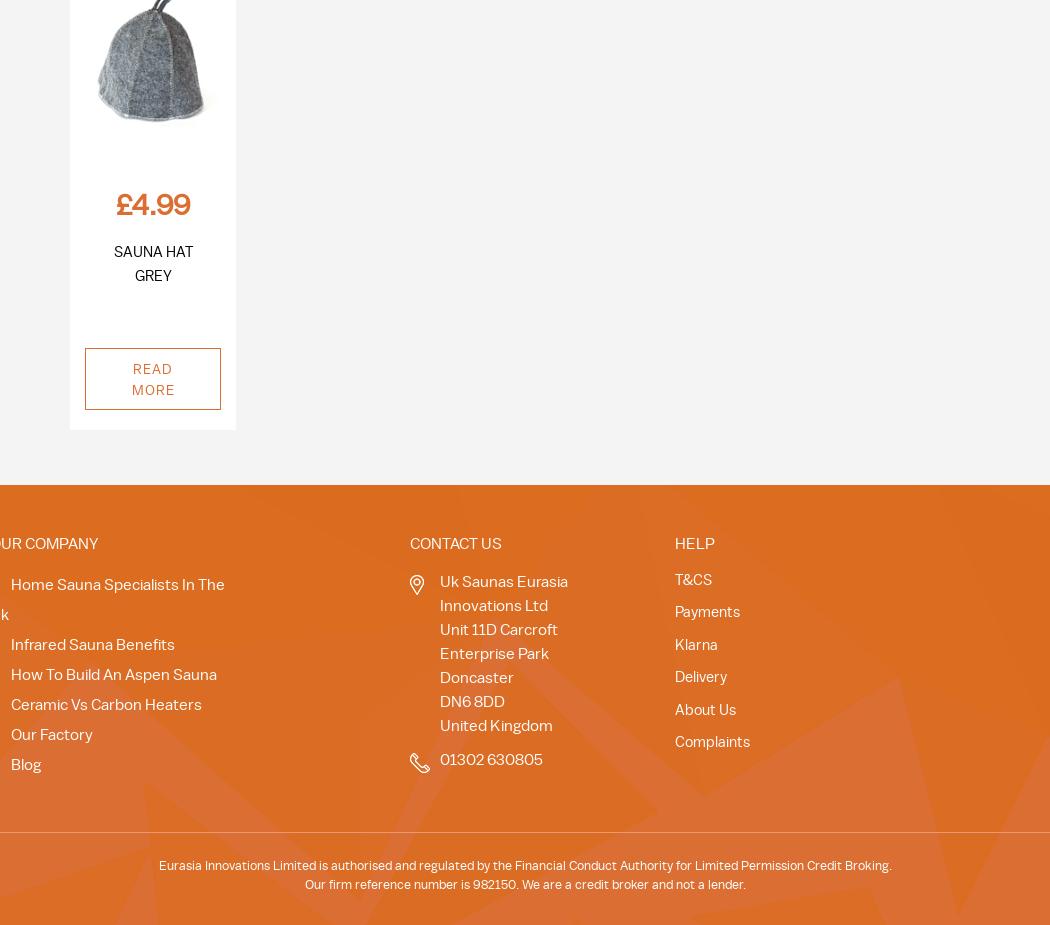 This screenshot has height=925, width=1050. What do you see at coordinates (93, 643) in the screenshot?
I see `'Infrared Sauna Benefits'` at bounding box center [93, 643].